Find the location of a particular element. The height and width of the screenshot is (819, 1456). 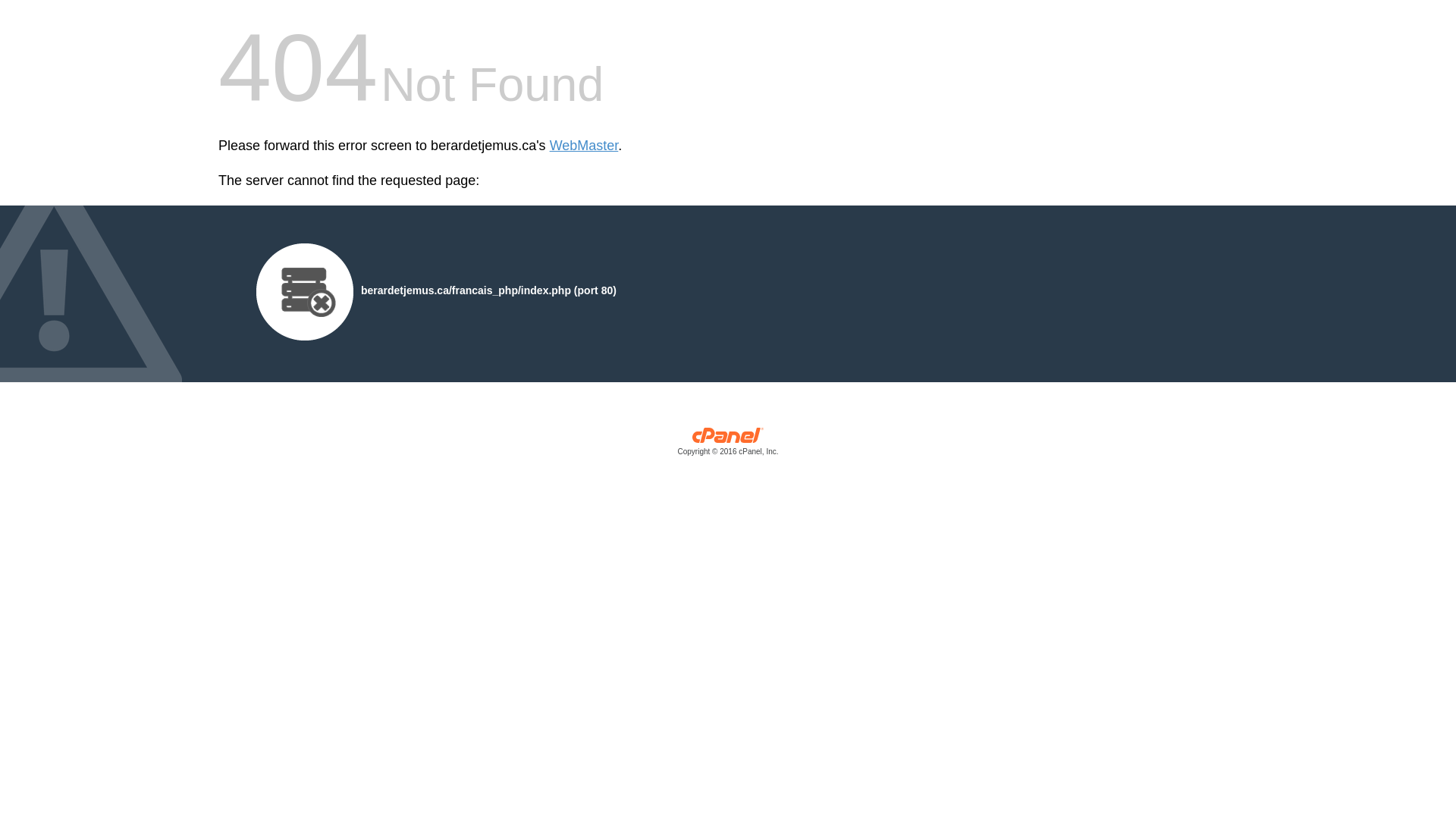

'WebMaster' is located at coordinates (583, 146).